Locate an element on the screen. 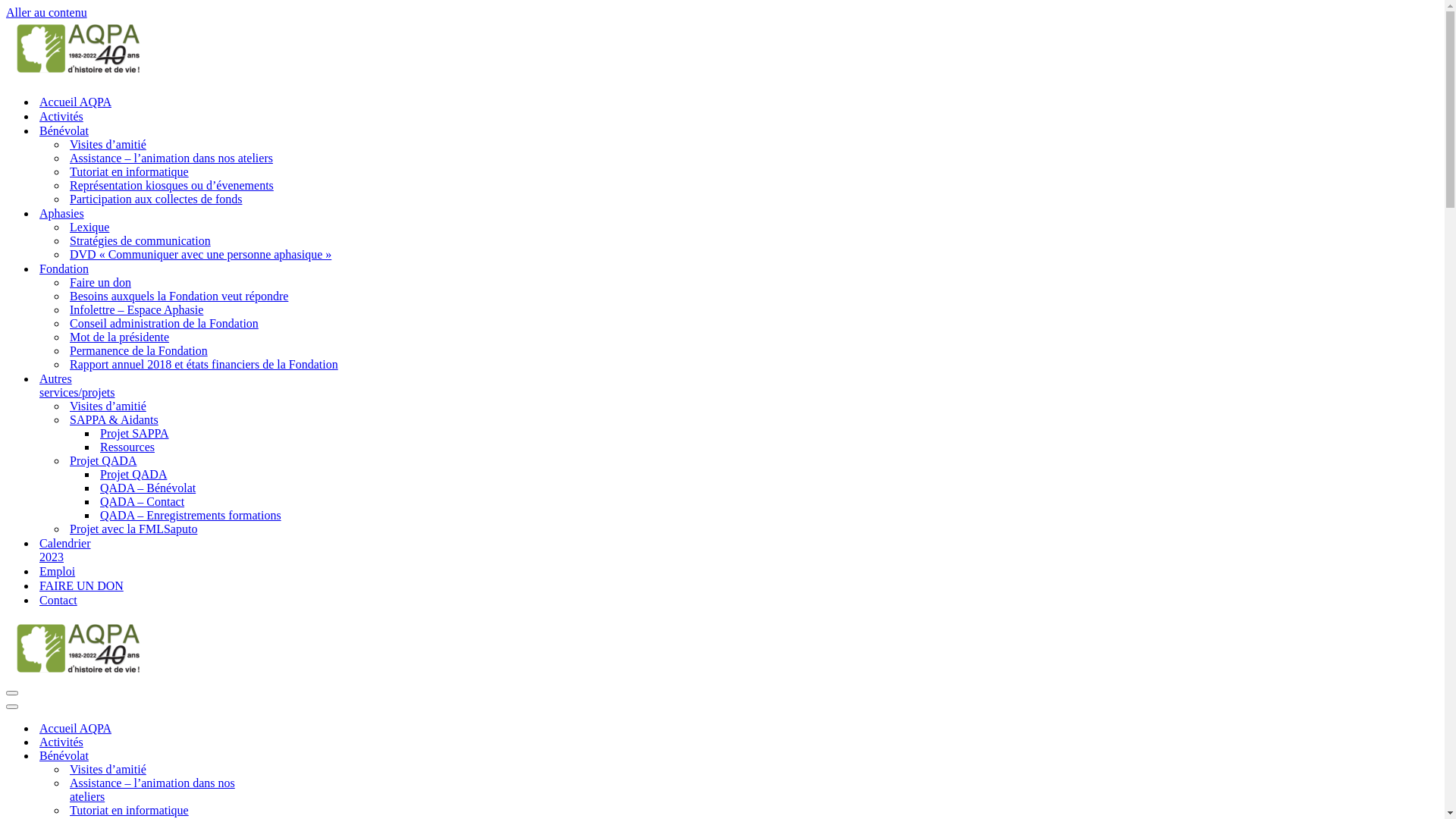 This screenshot has height=819, width=1456. 'Fondation' is located at coordinates (63, 268).